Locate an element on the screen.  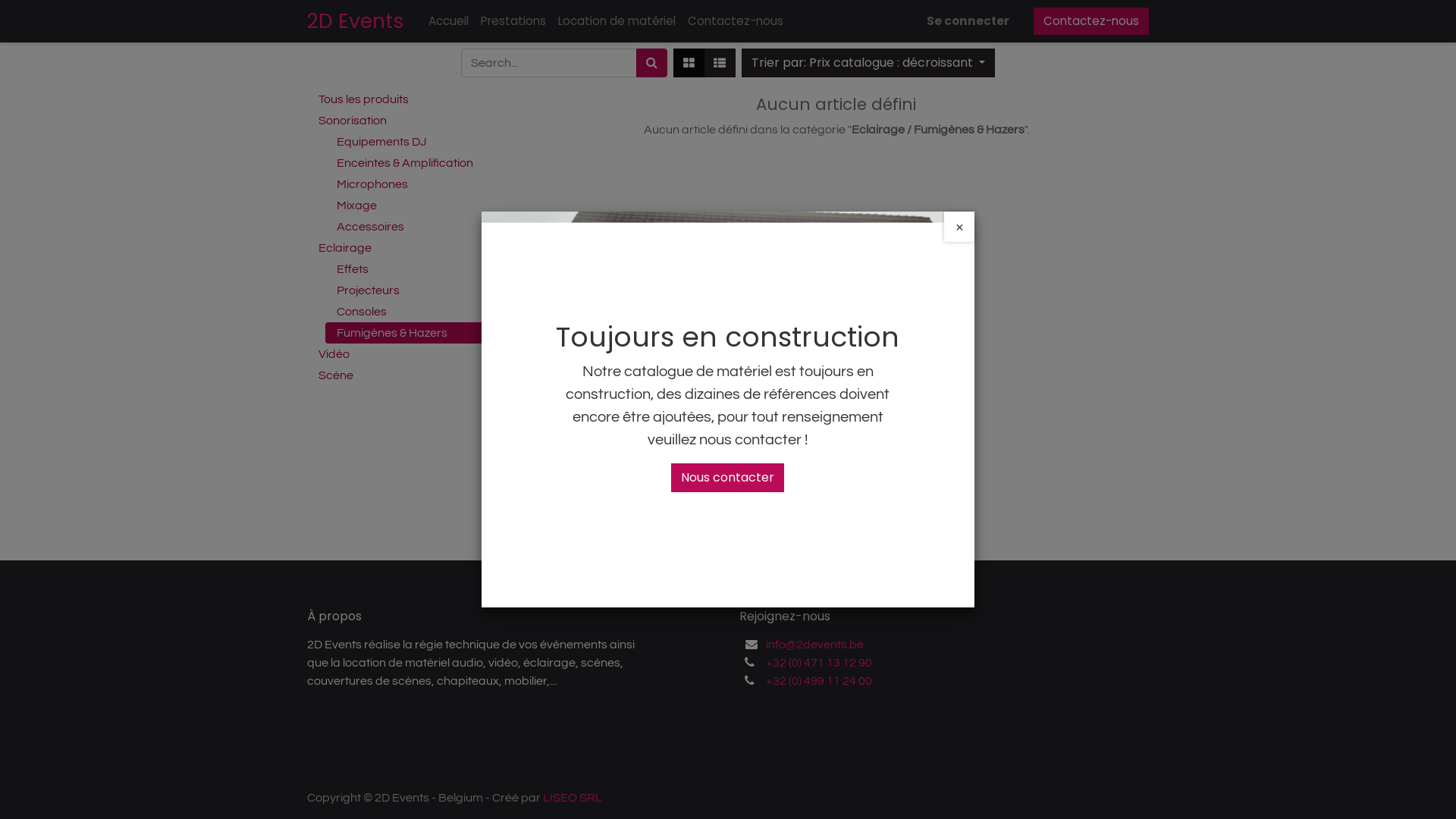
'Contactez-nous' is located at coordinates (1090, 21).